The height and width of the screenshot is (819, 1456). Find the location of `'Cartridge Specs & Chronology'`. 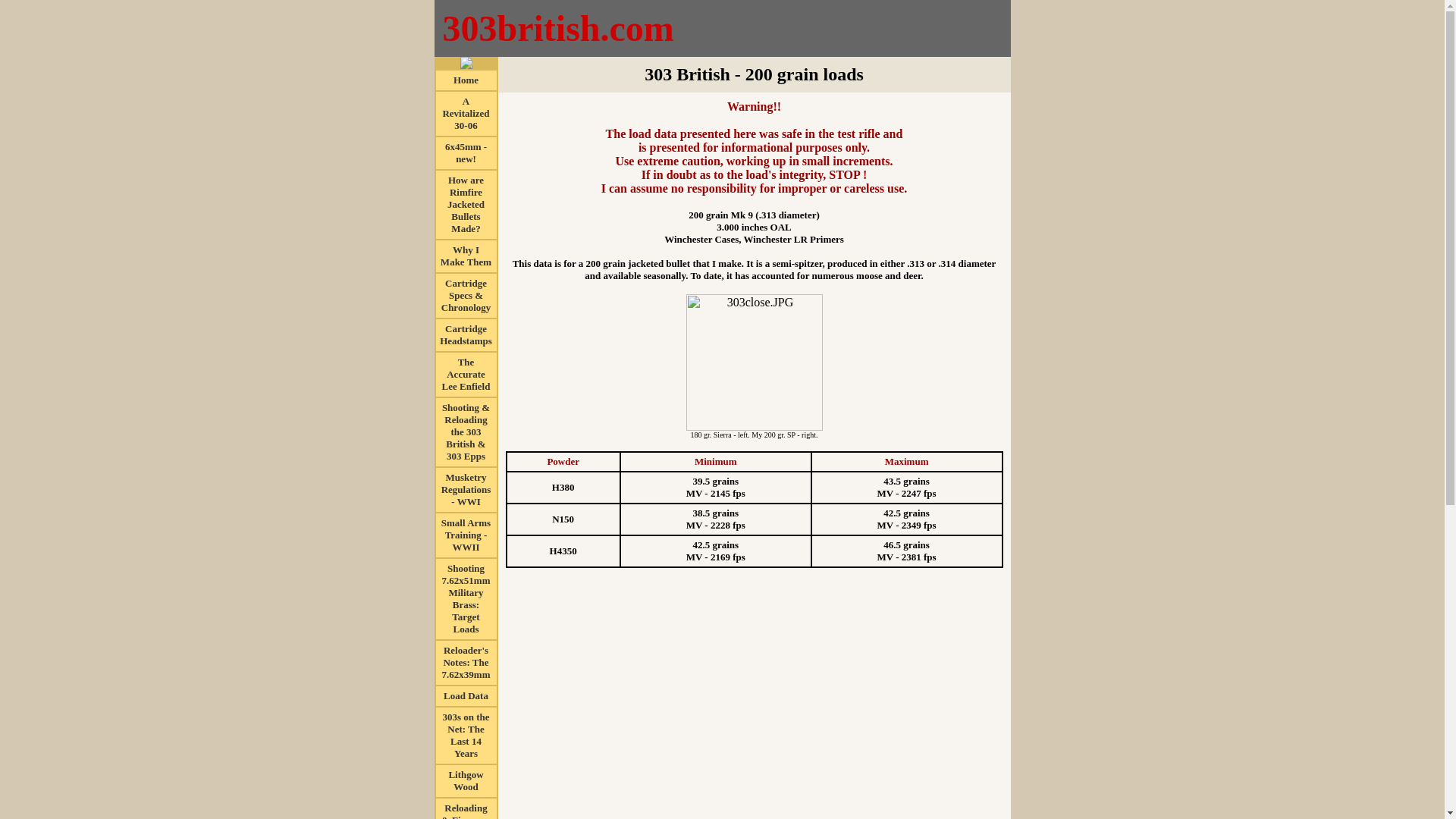

'Cartridge Specs & Chronology' is located at coordinates (465, 294).